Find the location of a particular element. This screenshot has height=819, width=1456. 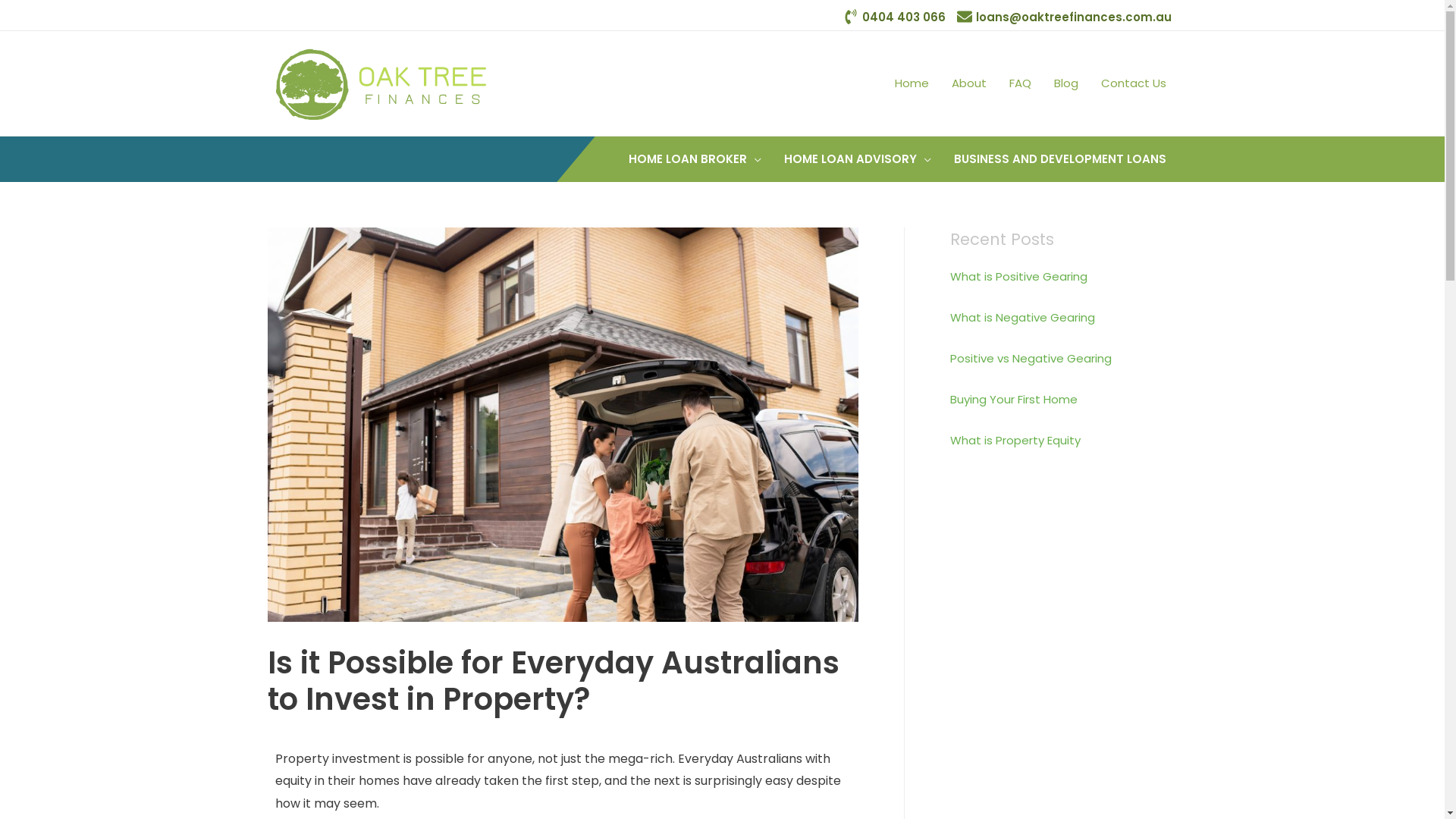

'Contact Us' is located at coordinates (1132, 83).